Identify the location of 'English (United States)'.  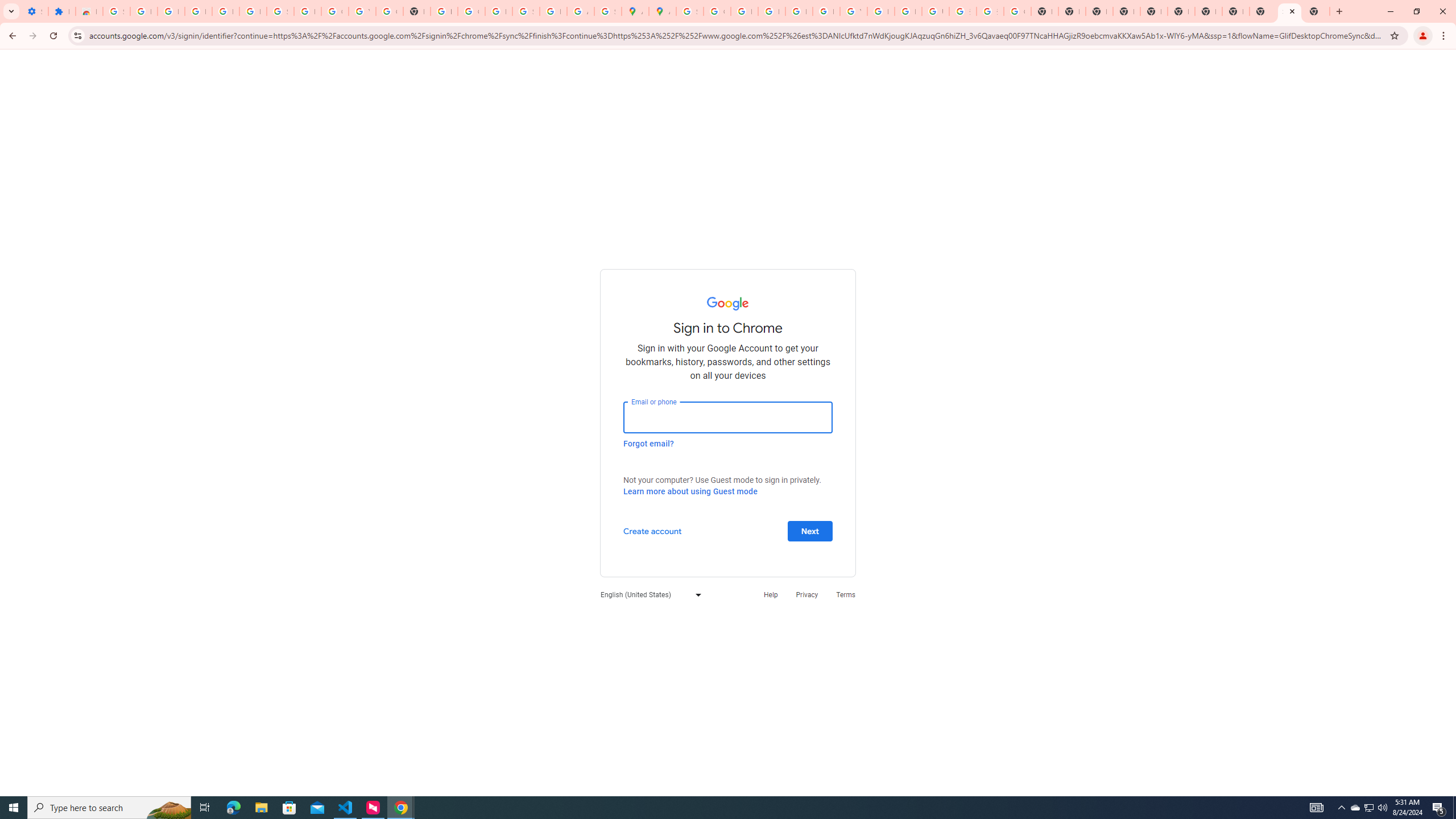
(647, 594).